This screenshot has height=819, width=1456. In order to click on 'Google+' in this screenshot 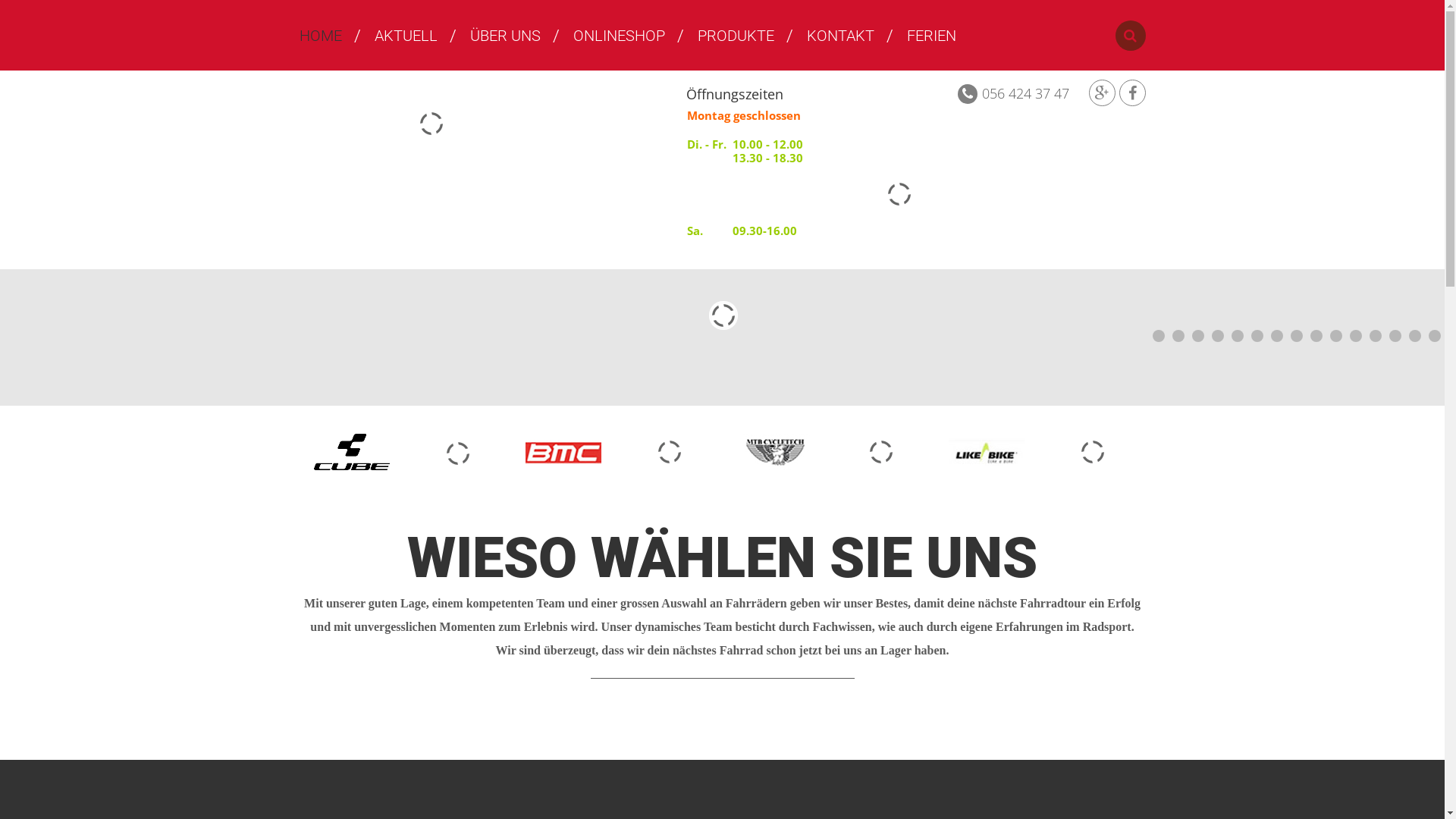, I will do `click(1102, 93)`.